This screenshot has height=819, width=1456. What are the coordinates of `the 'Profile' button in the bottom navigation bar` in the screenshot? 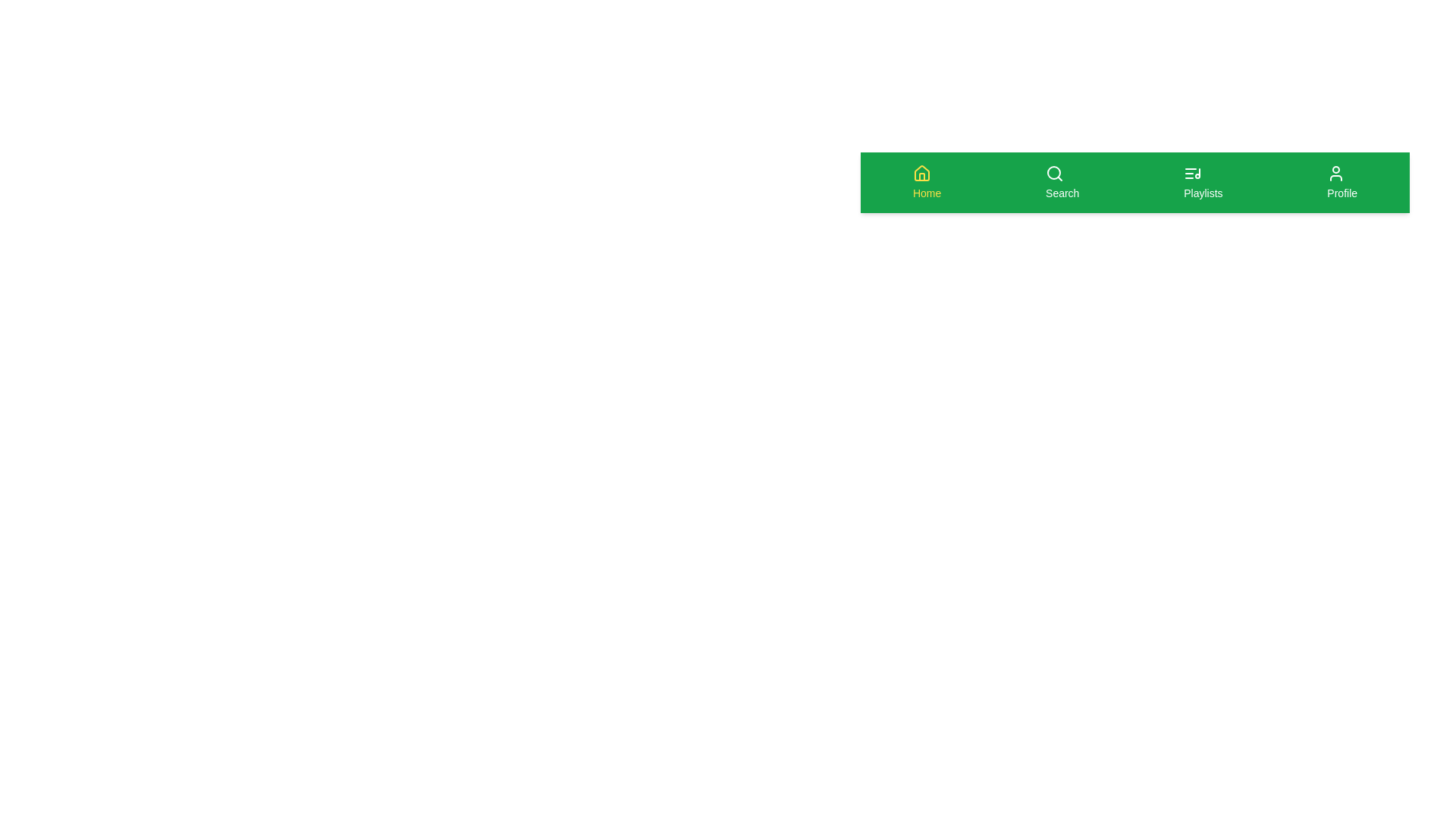 It's located at (1342, 181).